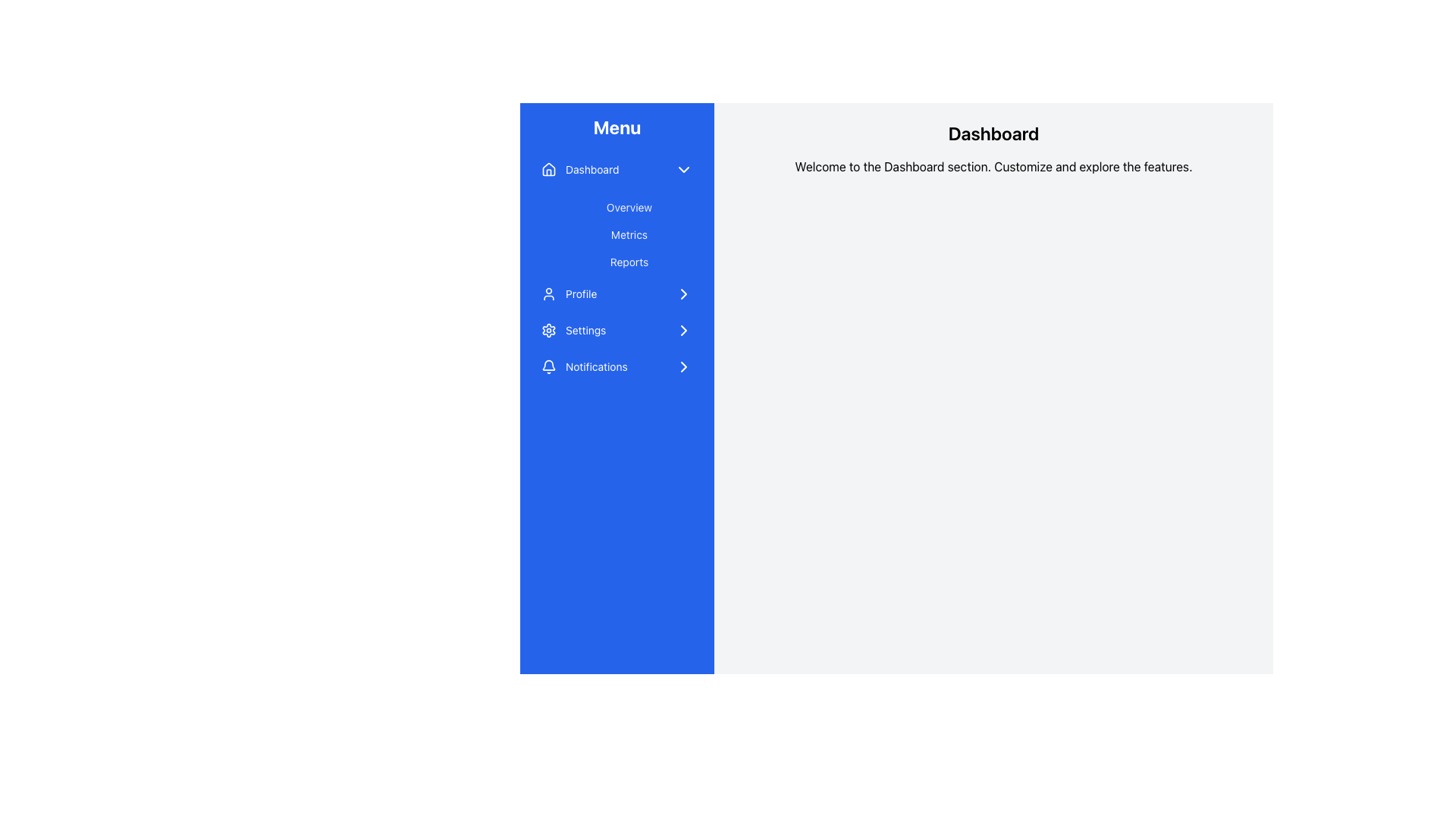  I want to click on the settings icon located in the vertical menu bar on the left, positioned between the 'Profile' and 'Notifications' menu items, so click(548, 329).